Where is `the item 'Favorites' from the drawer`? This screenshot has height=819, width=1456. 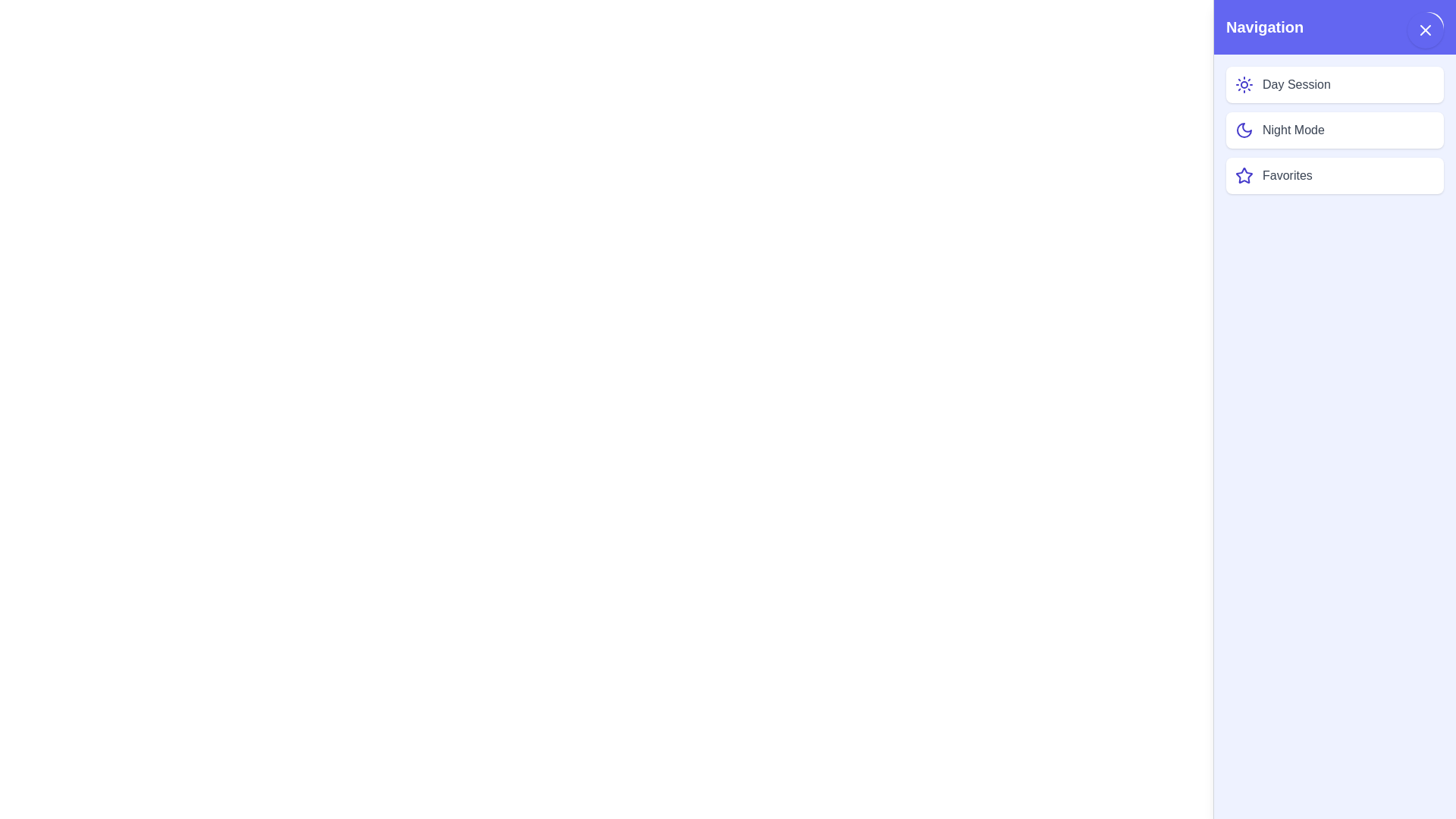 the item 'Favorites' from the drawer is located at coordinates (1335, 174).